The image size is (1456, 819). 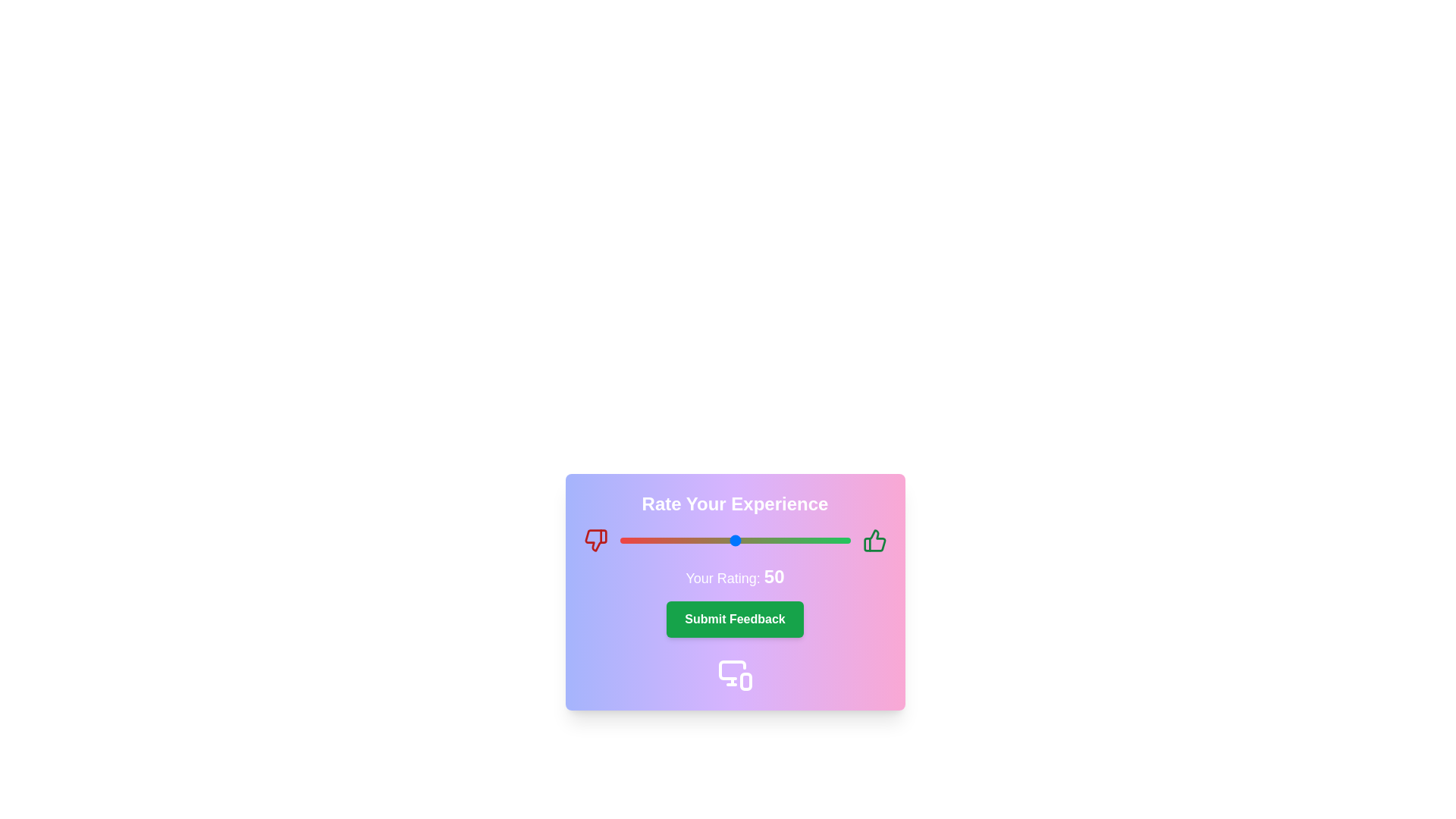 I want to click on the slider to a specific rating value, 46, so click(x=725, y=540).